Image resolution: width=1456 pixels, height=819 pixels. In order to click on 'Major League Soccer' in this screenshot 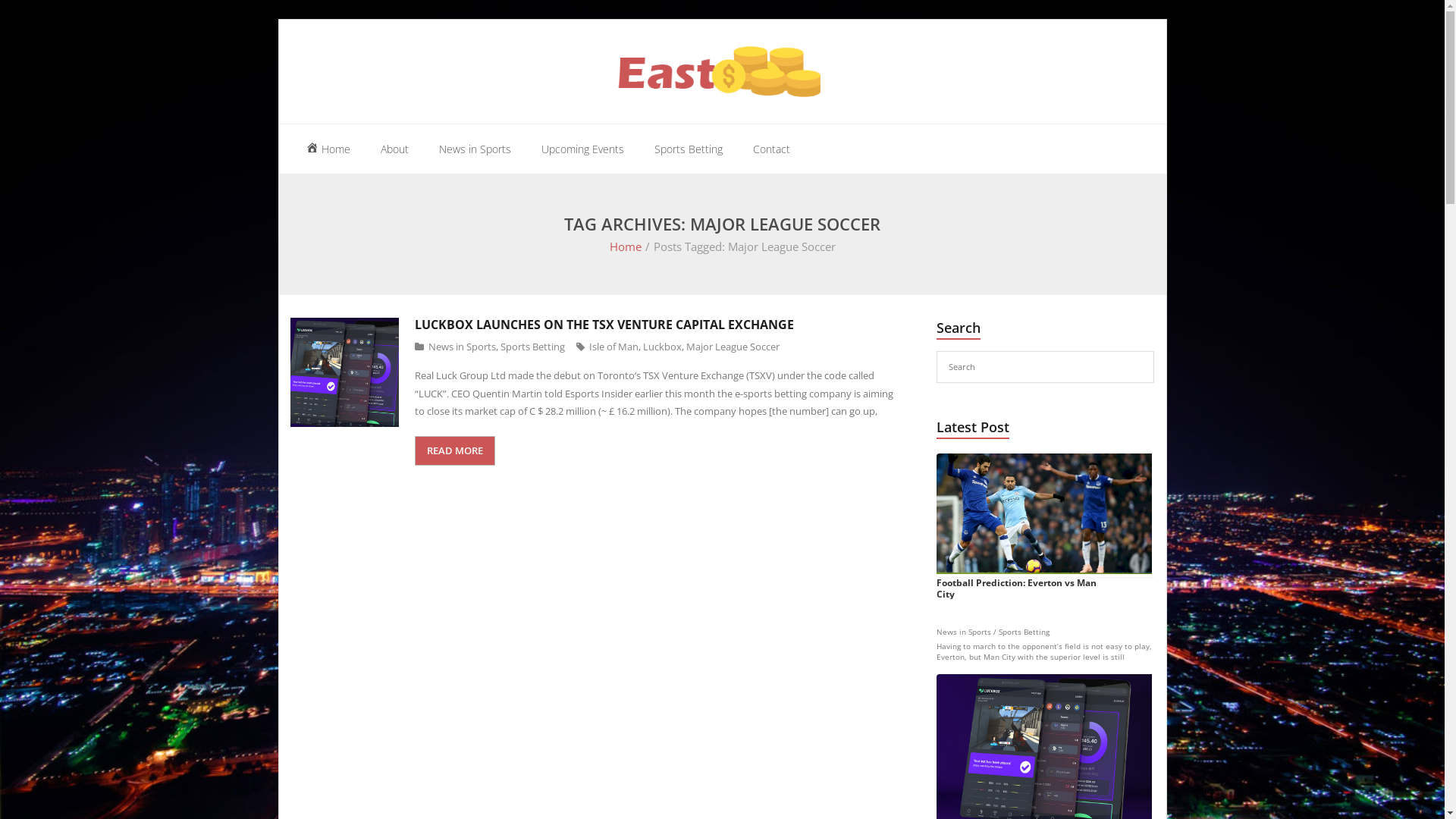, I will do `click(733, 346)`.